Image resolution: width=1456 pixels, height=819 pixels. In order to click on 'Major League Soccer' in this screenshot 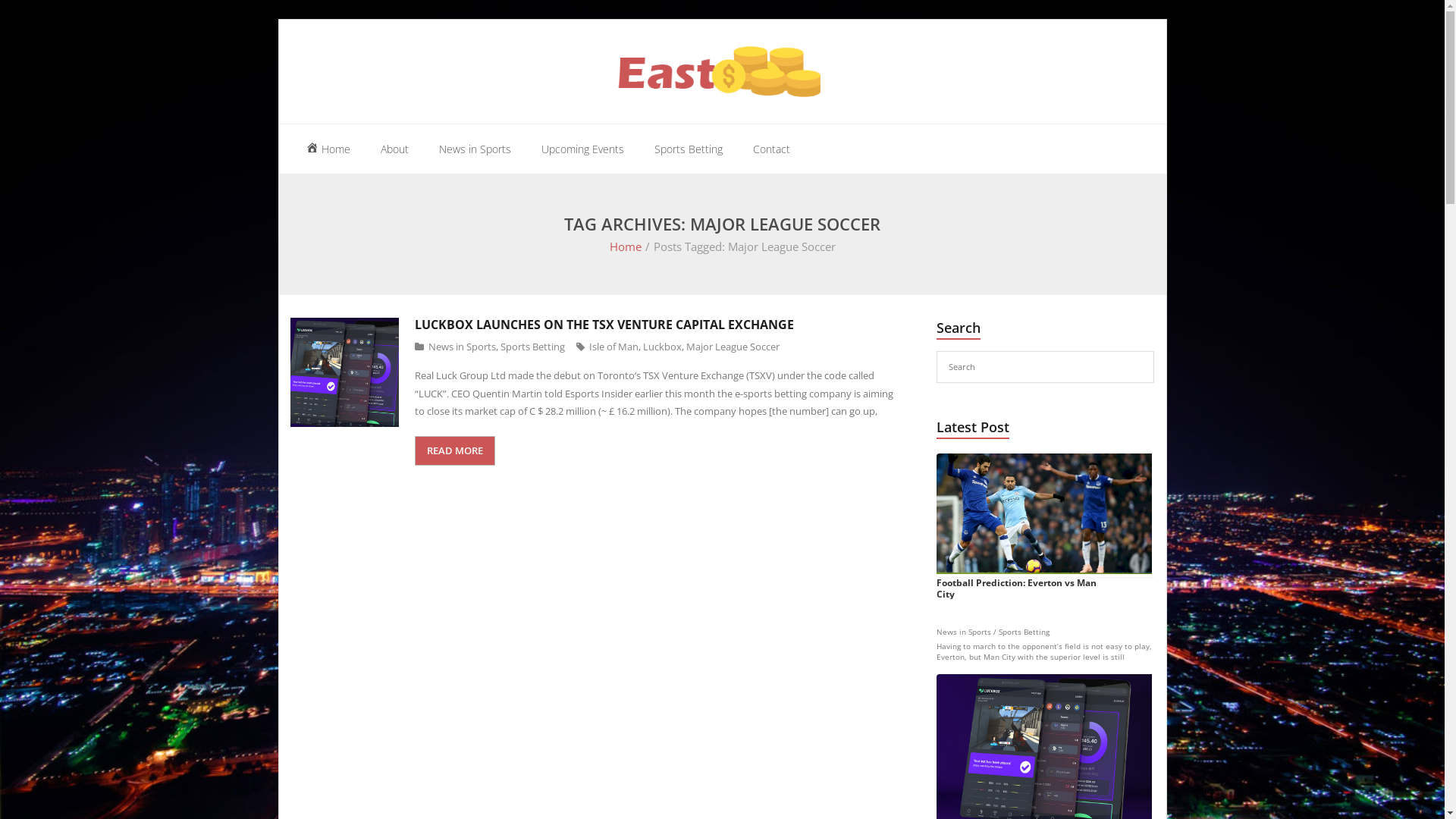, I will do `click(733, 346)`.